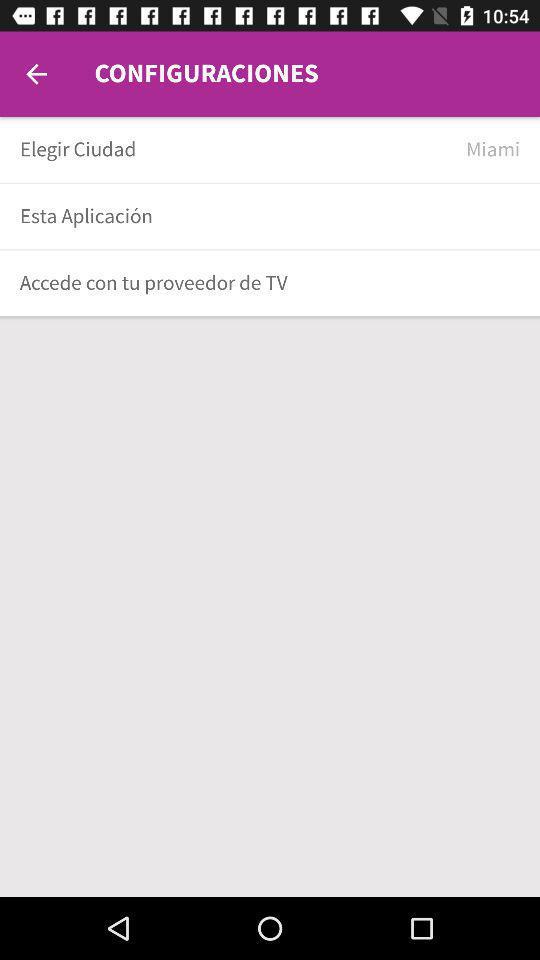 The width and height of the screenshot is (540, 960). What do you see at coordinates (36, 74) in the screenshot?
I see `the icon to the left of the configuraciones` at bounding box center [36, 74].